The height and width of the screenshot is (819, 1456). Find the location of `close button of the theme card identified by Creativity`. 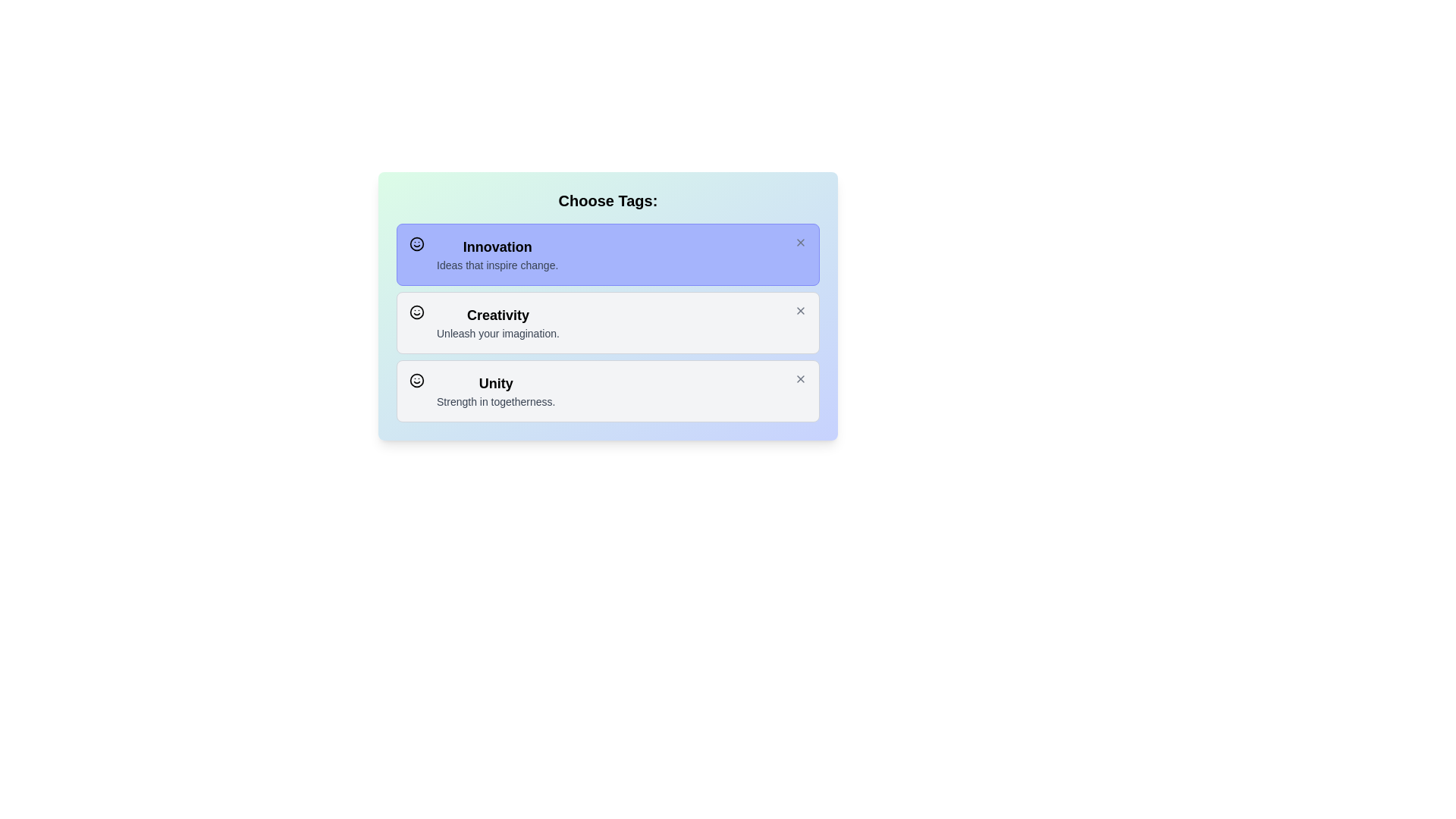

close button of the theme card identified by Creativity is located at coordinates (800, 309).